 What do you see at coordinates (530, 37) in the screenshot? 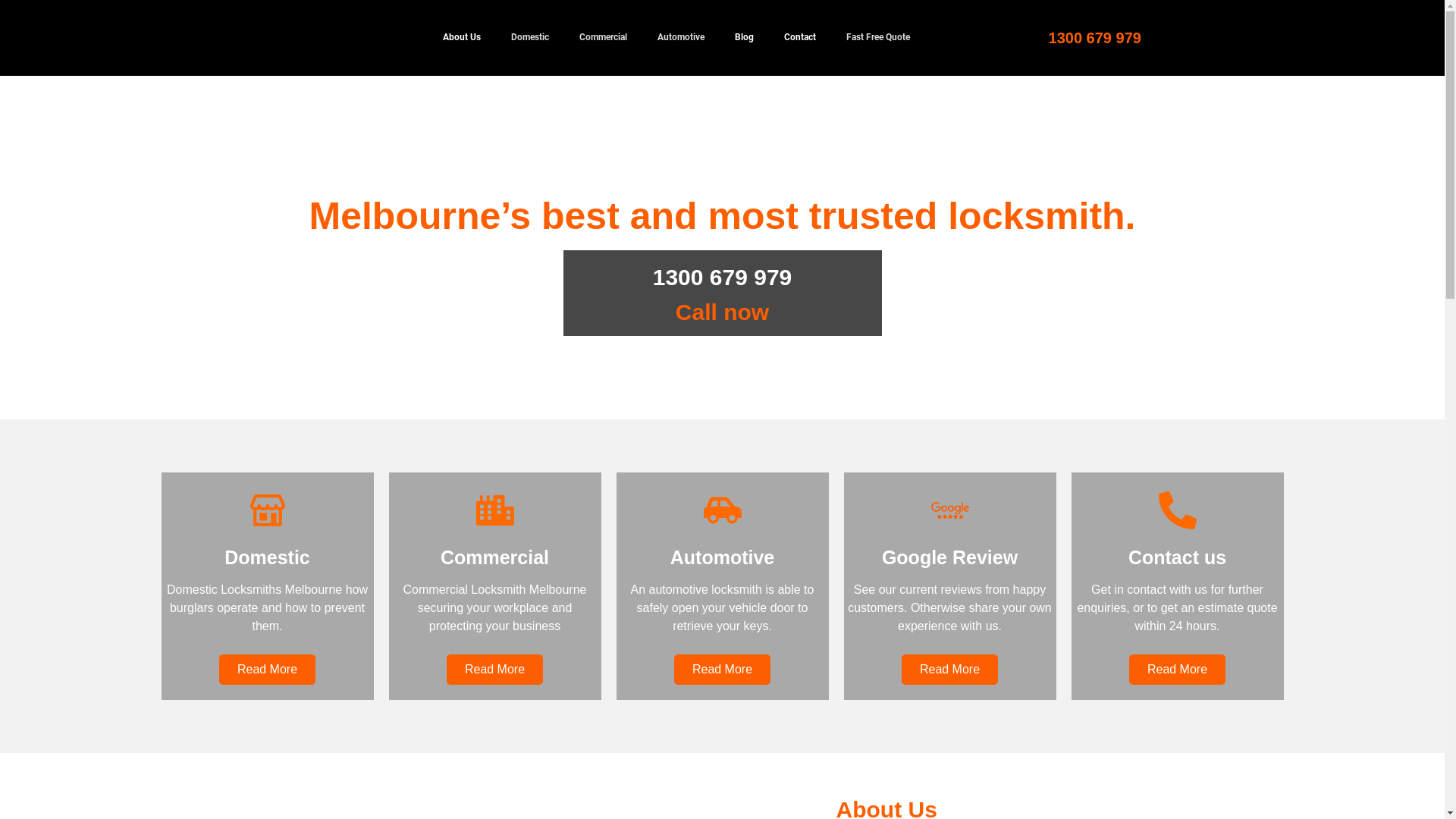
I see `'Domestic'` at bounding box center [530, 37].